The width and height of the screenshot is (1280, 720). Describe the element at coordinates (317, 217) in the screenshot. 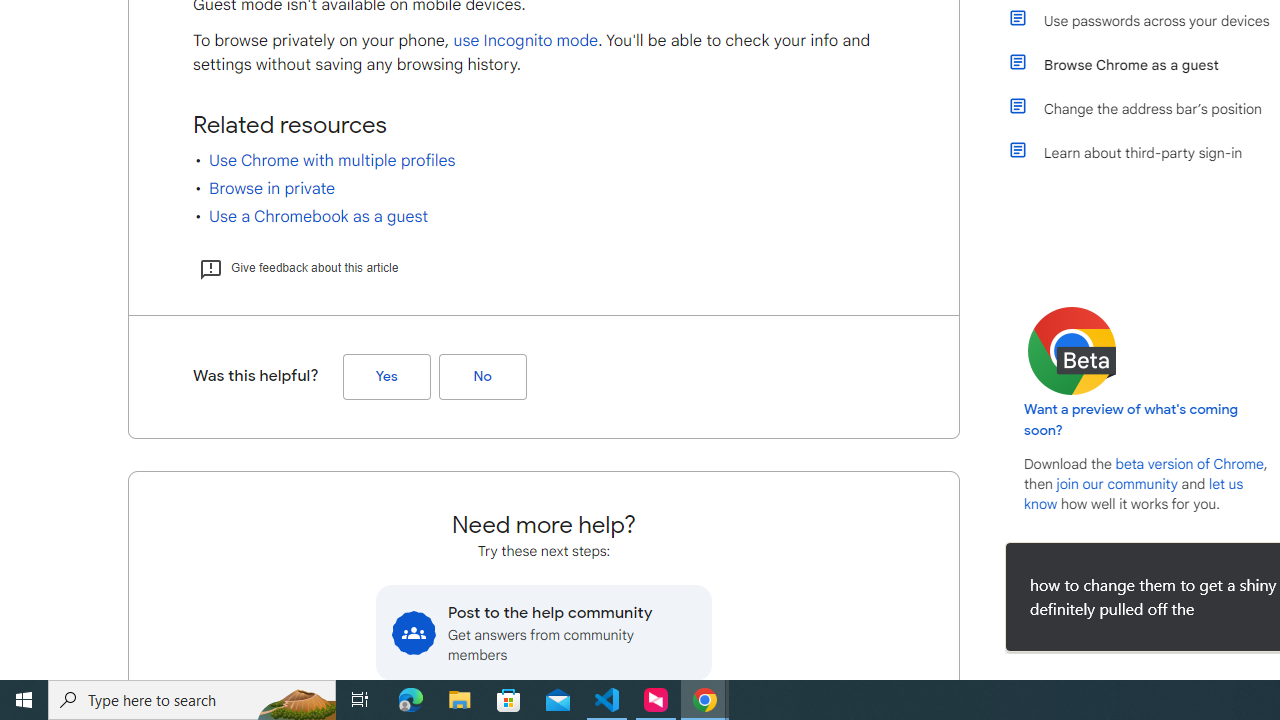

I see `'Use a Chromebook as a guest'` at that location.